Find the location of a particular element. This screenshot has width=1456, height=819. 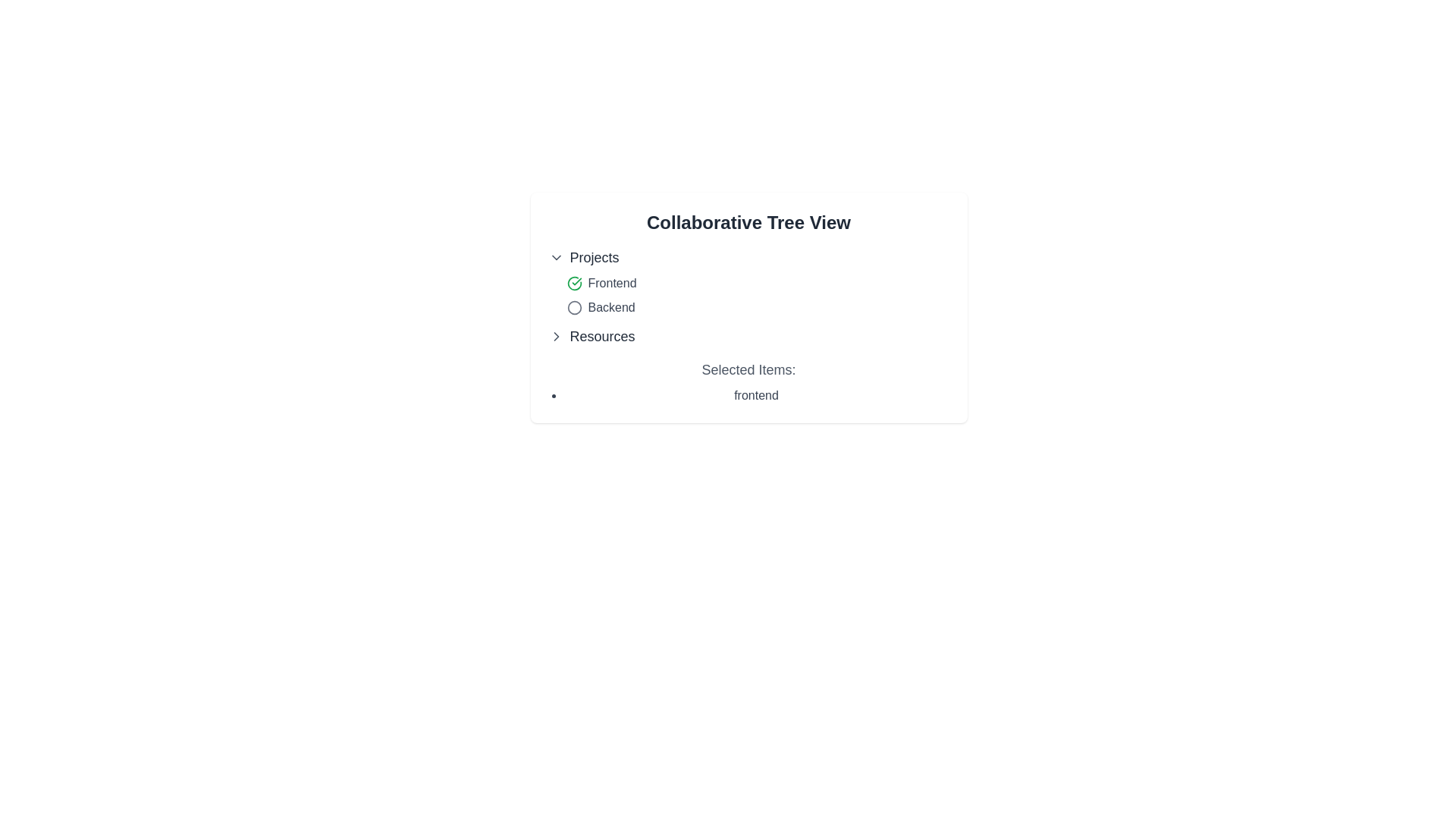

the circle indicator next to the 'Backend' label in the 'Projects' section to represent an inactive or unchecked status is located at coordinates (573, 307).